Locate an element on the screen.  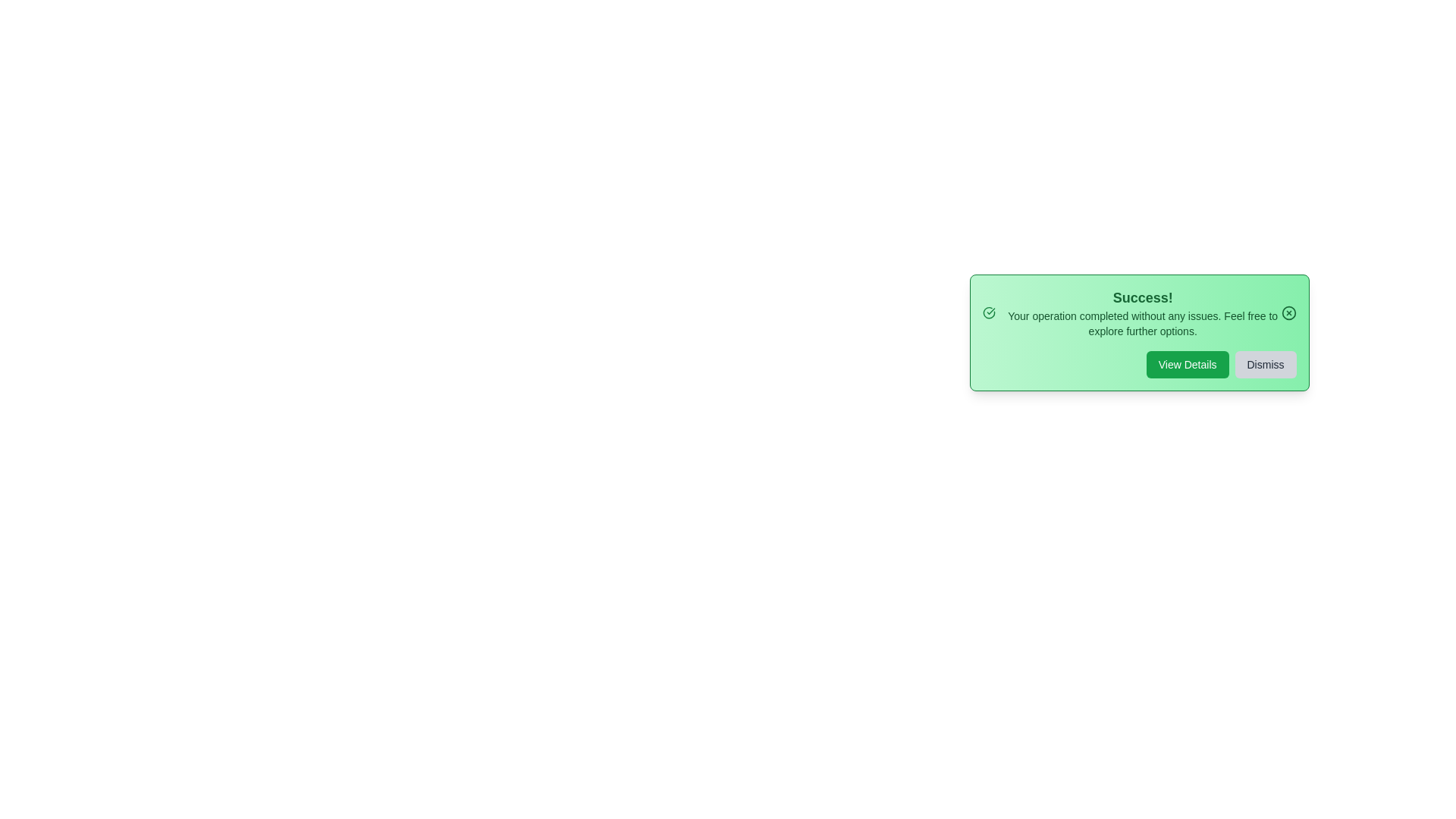
'View Details' button to view more details is located at coordinates (1187, 365).